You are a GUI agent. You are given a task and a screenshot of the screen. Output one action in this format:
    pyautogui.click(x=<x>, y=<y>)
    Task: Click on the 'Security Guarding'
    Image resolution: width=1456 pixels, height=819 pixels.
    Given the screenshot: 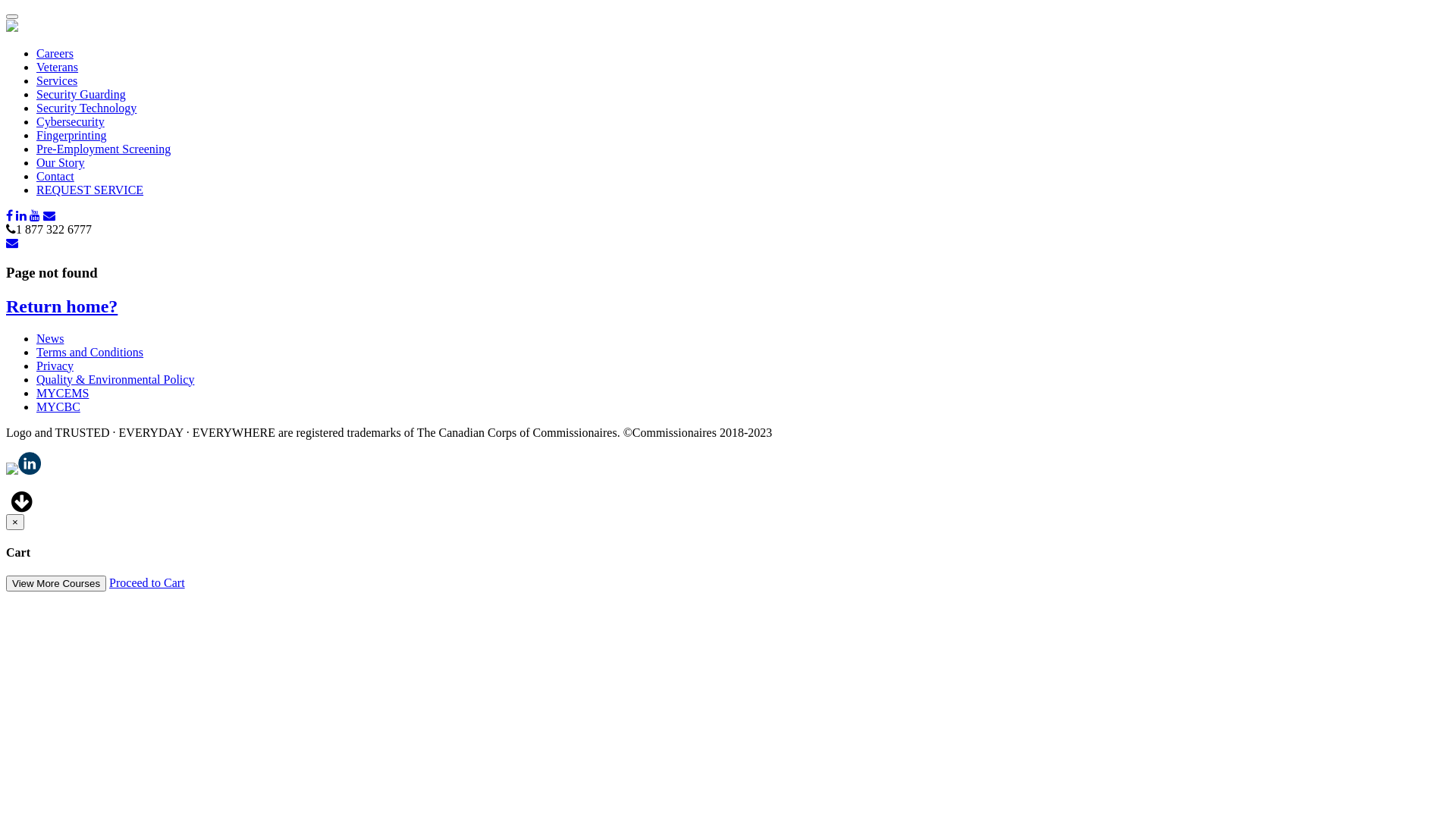 What is the action you would take?
    pyautogui.click(x=80, y=94)
    